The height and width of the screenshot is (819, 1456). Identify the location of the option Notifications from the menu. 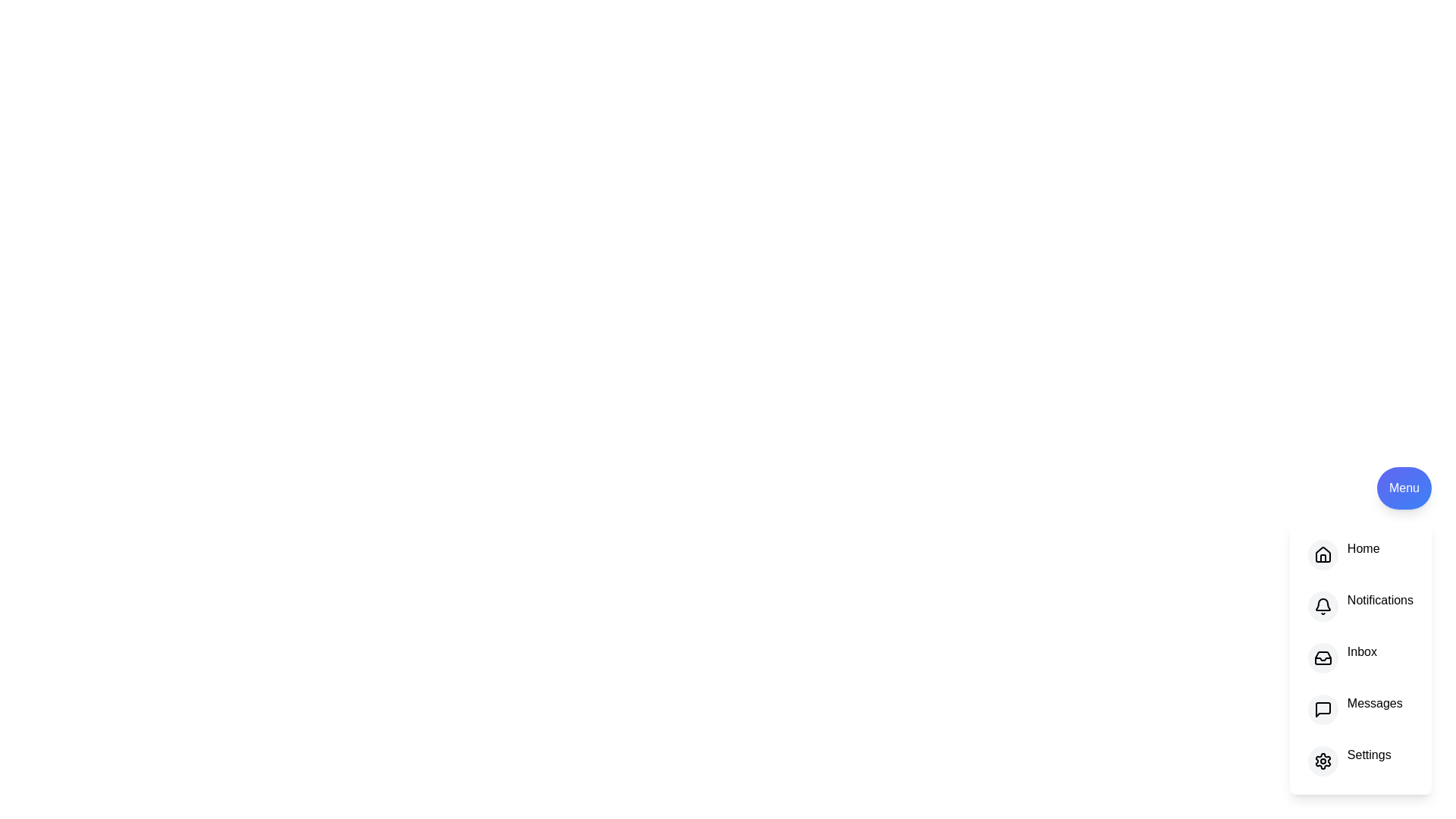
(1321, 605).